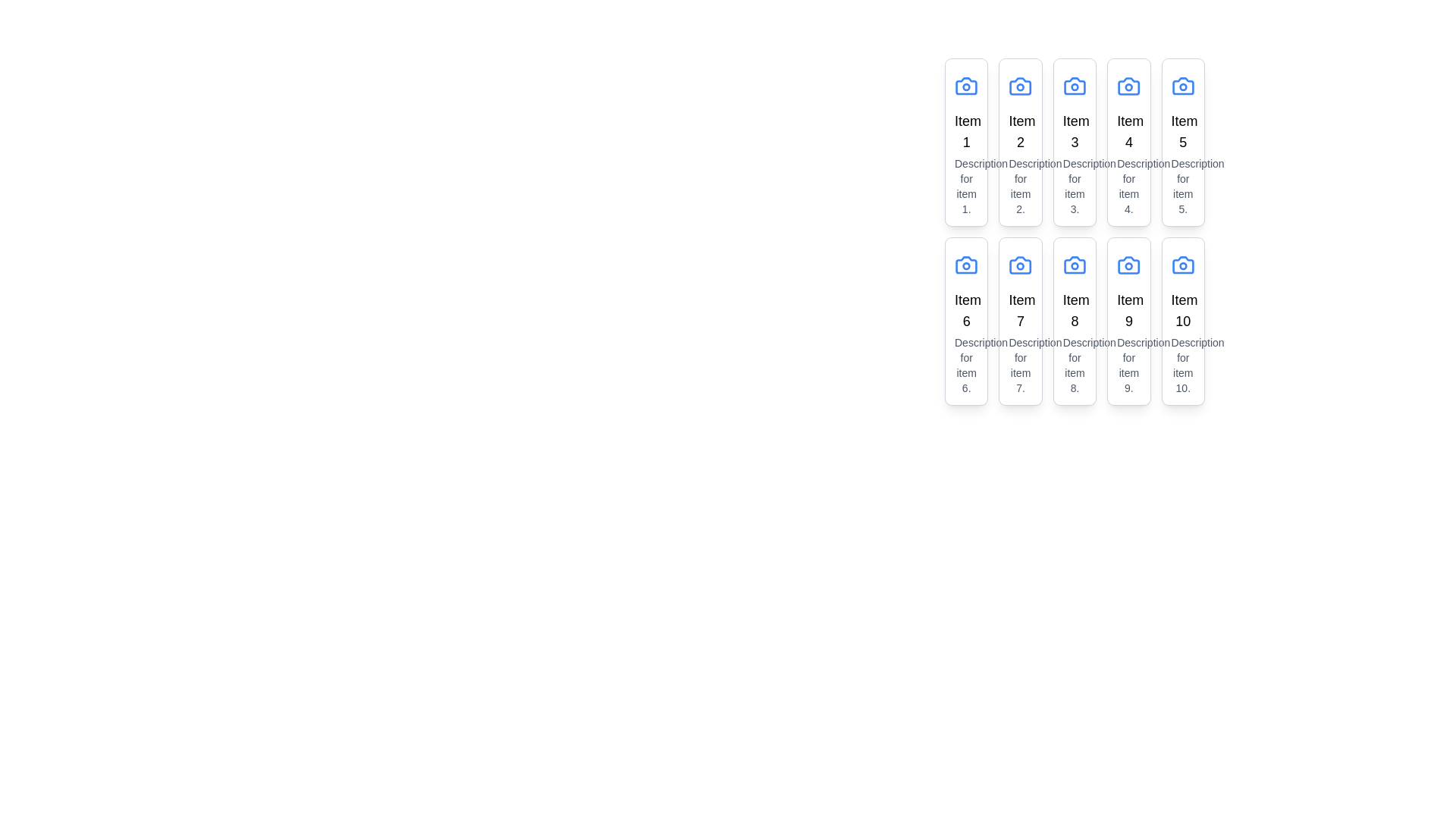 The height and width of the screenshot is (819, 1456). Describe the element at coordinates (1074, 86) in the screenshot. I see `camera icon SVG graphic component located in the upper component of the third cell in the grid layout, positioned above 'Item 3'` at that location.